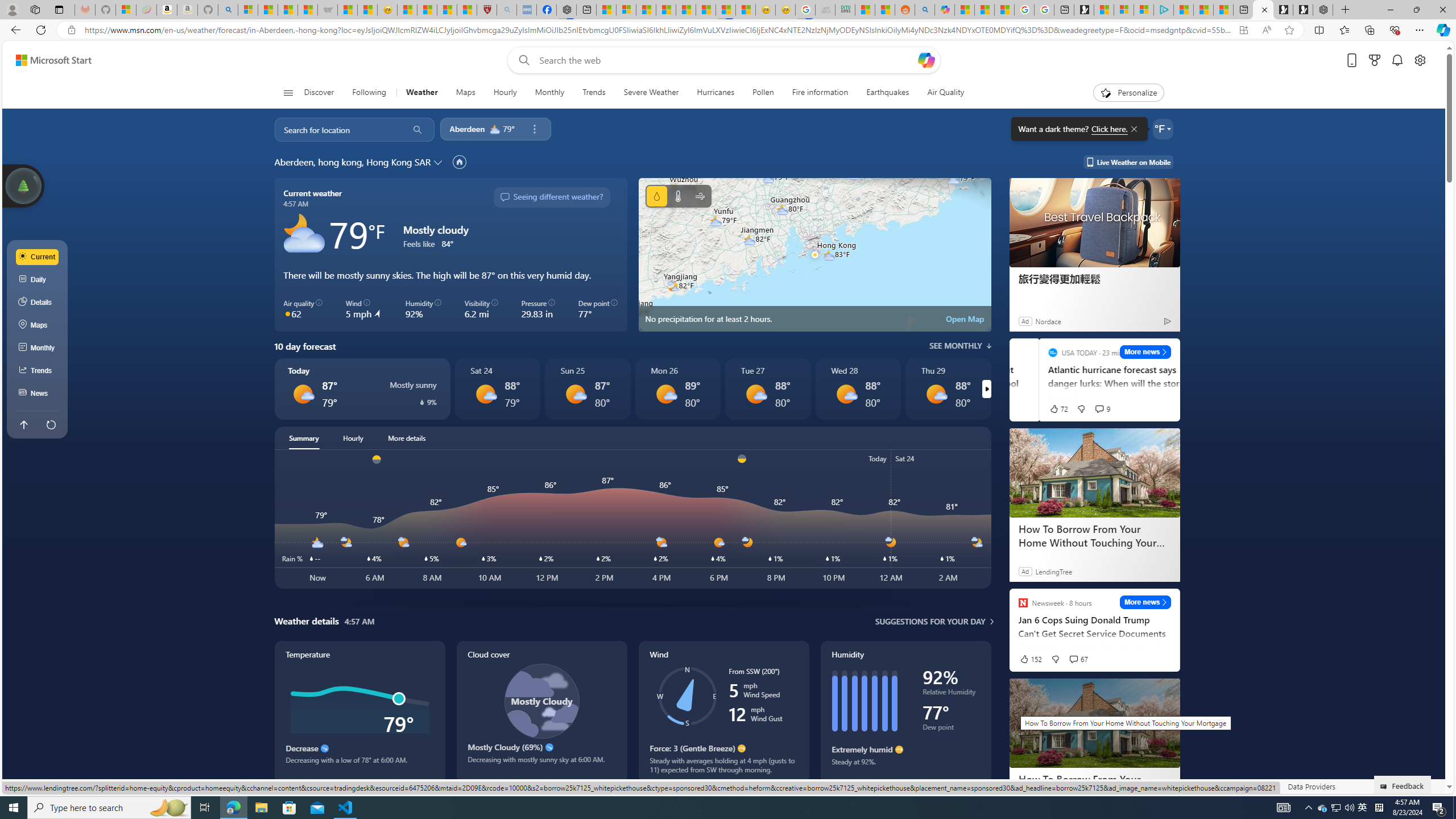 The height and width of the screenshot is (819, 1456). I want to click on 'Air Quality', so click(940, 92).